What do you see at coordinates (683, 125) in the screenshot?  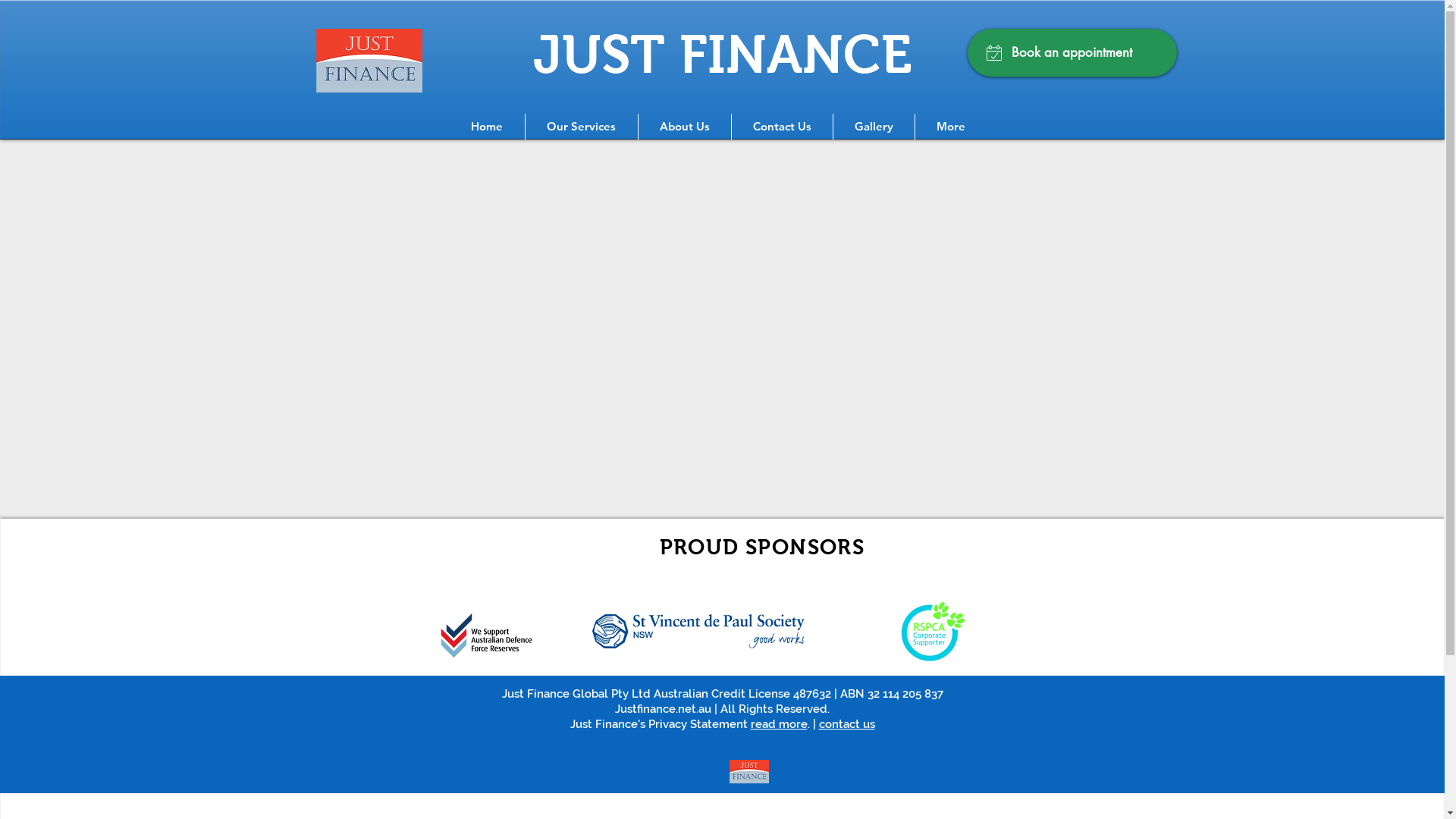 I see `'About Us'` at bounding box center [683, 125].